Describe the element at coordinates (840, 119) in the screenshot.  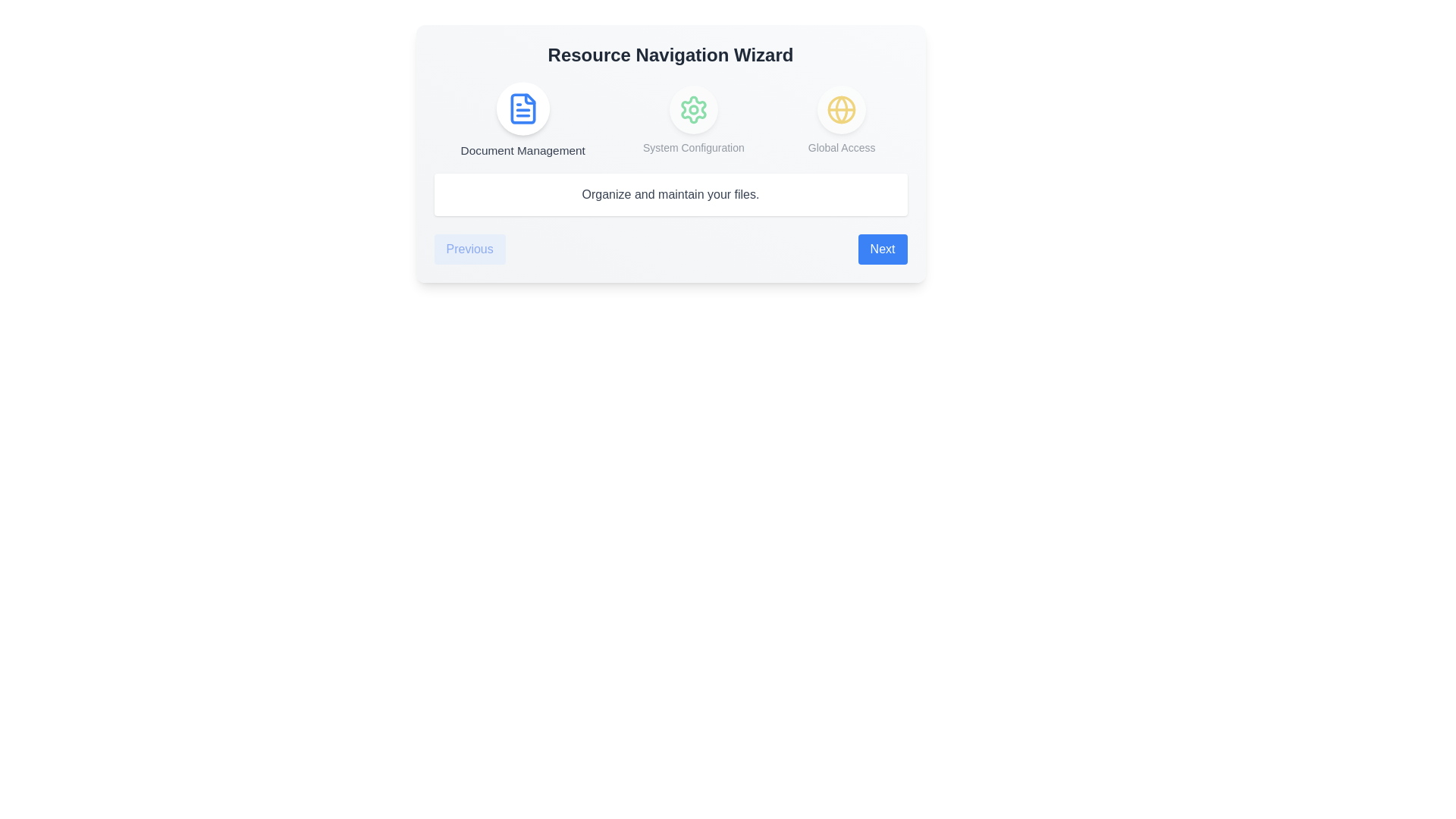
I see `the step icon corresponding to Global Access to navigate to that step` at that location.